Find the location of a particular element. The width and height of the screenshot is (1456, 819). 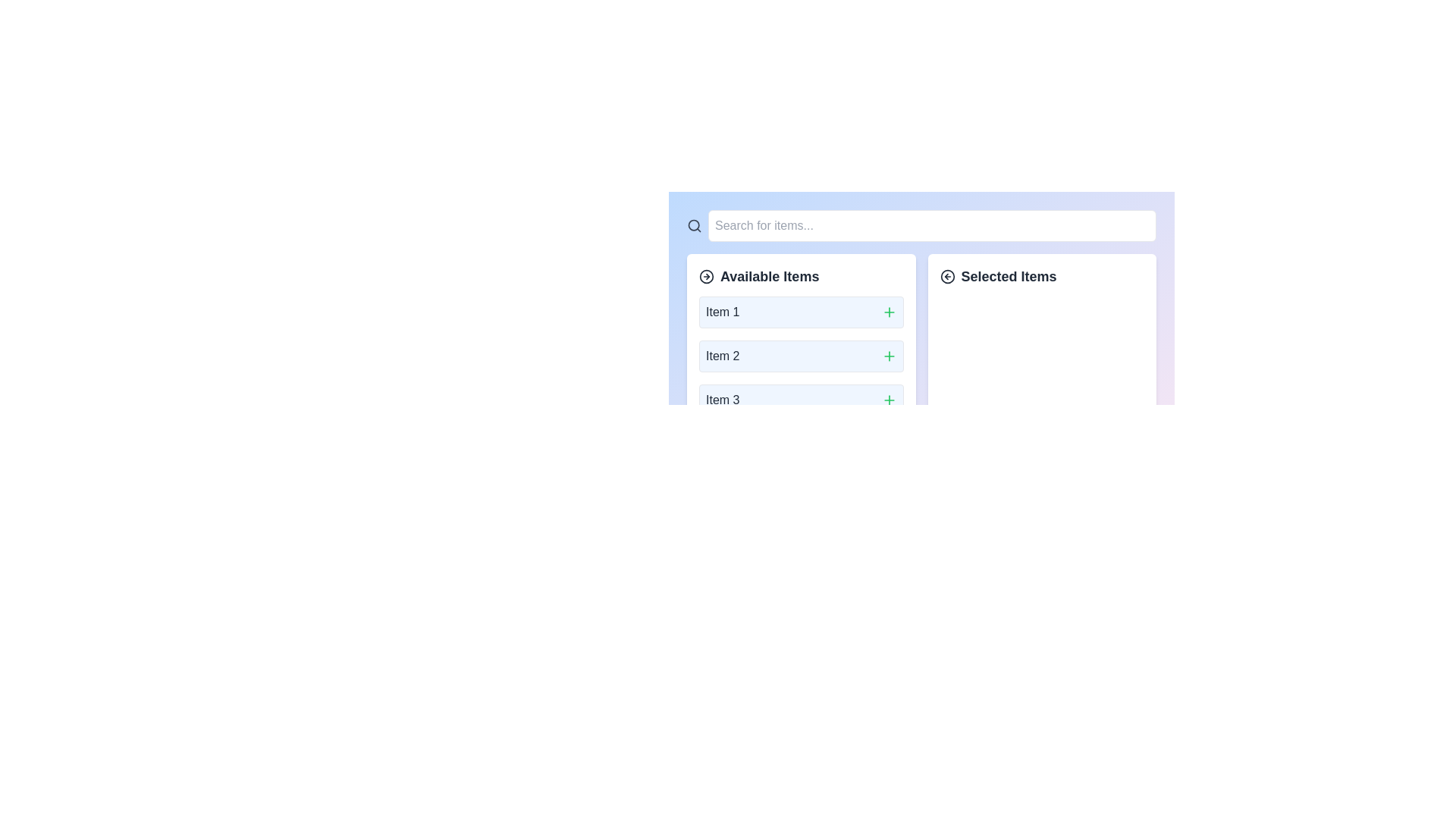

the icon located in the 'Available Items' section, which is positioned to the left of the title text is located at coordinates (705, 277).